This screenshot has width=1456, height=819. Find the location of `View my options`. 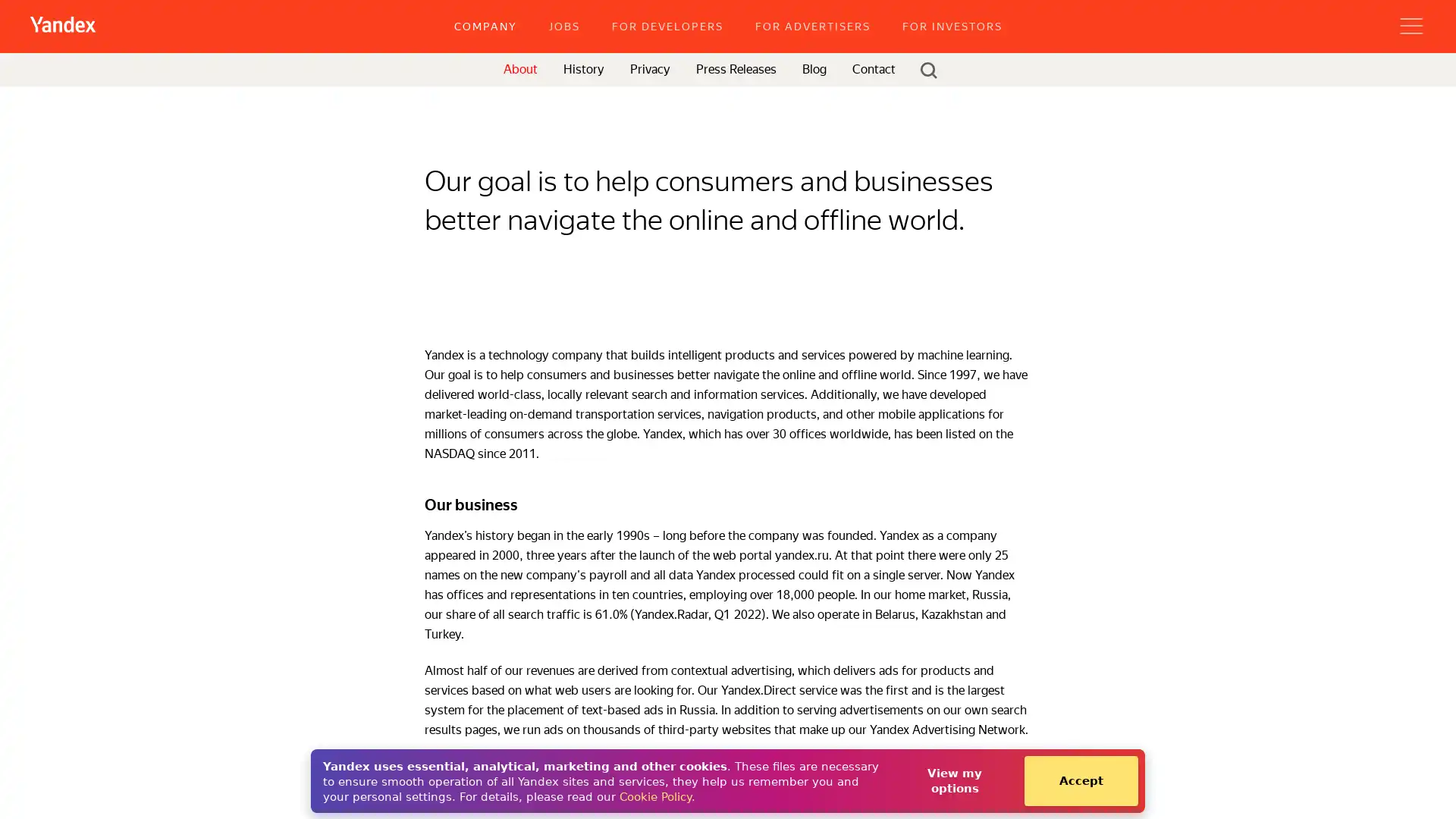

View my options is located at coordinates (953, 780).